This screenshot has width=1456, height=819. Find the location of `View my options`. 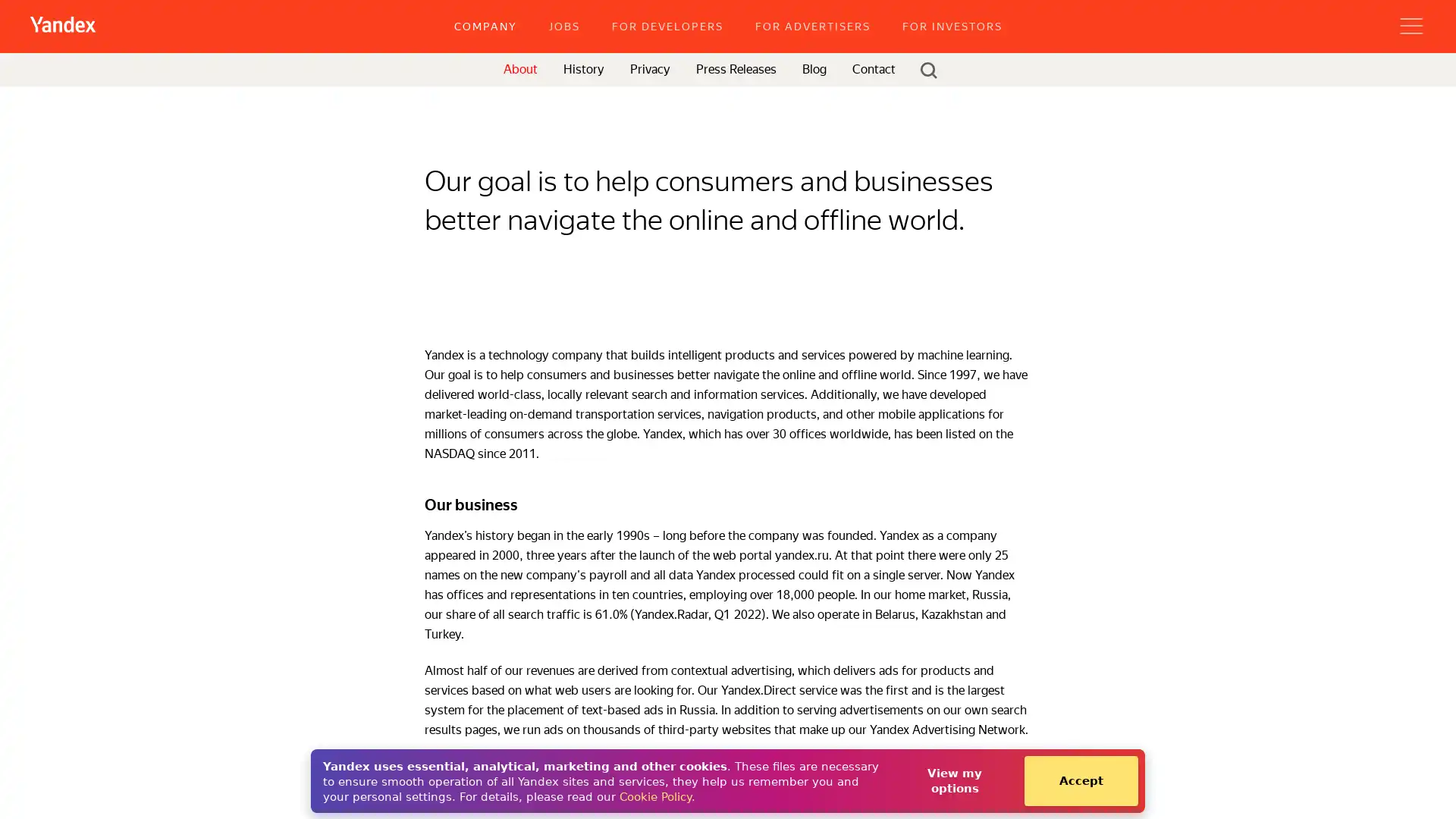

View my options is located at coordinates (953, 780).